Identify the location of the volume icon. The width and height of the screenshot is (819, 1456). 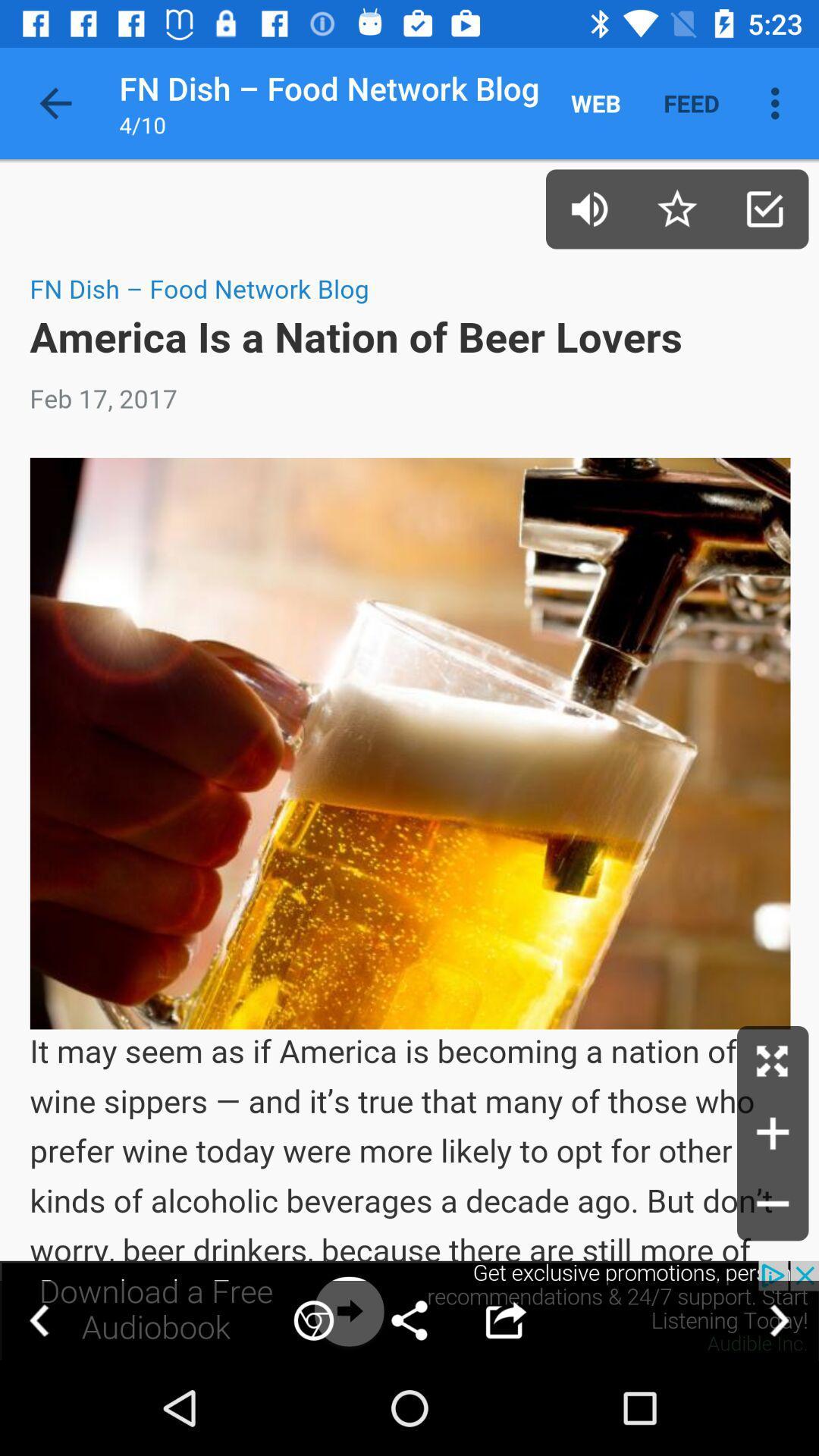
(588, 208).